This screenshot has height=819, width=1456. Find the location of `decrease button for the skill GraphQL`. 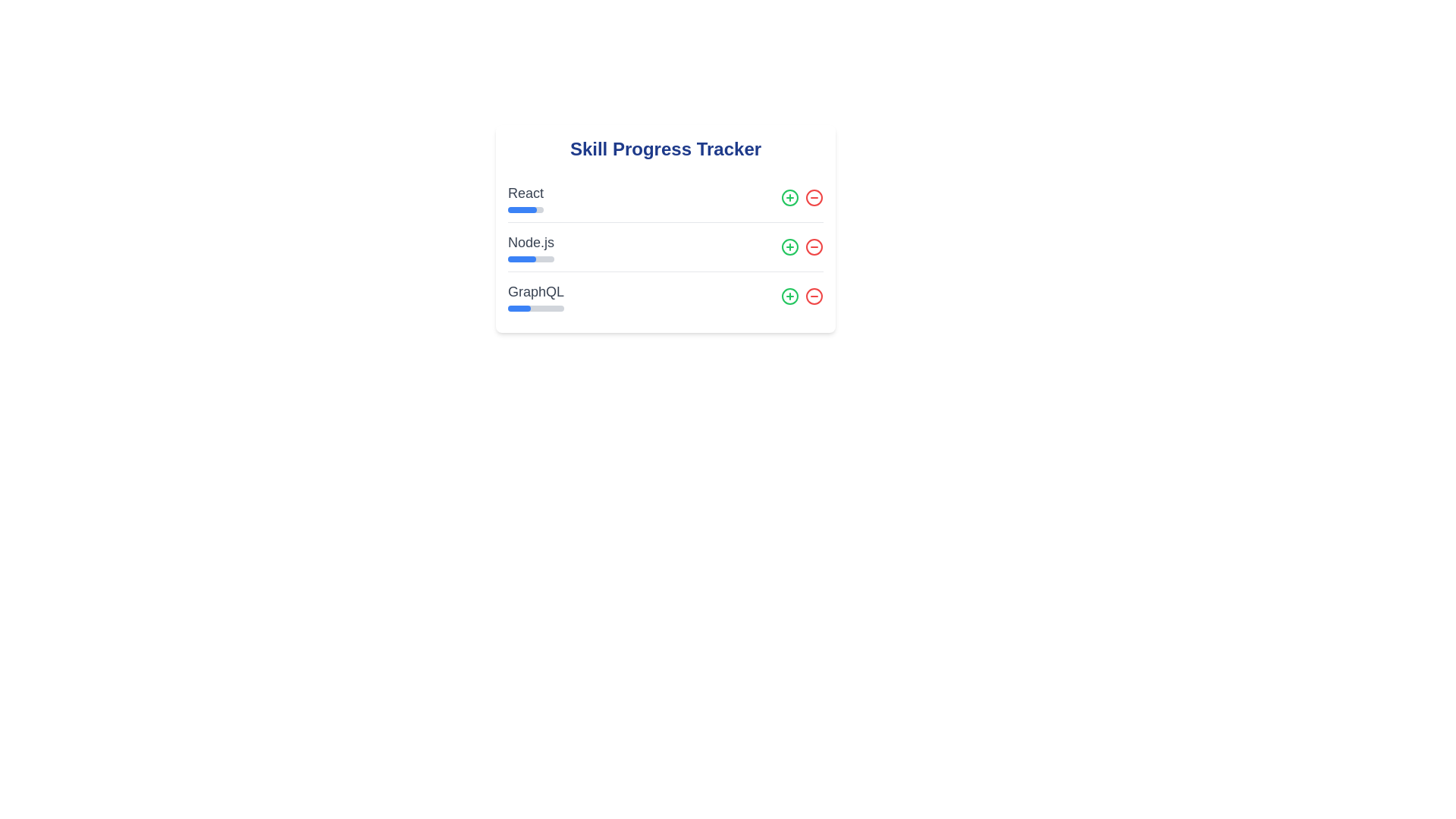

decrease button for the skill GraphQL is located at coordinates (814, 296).